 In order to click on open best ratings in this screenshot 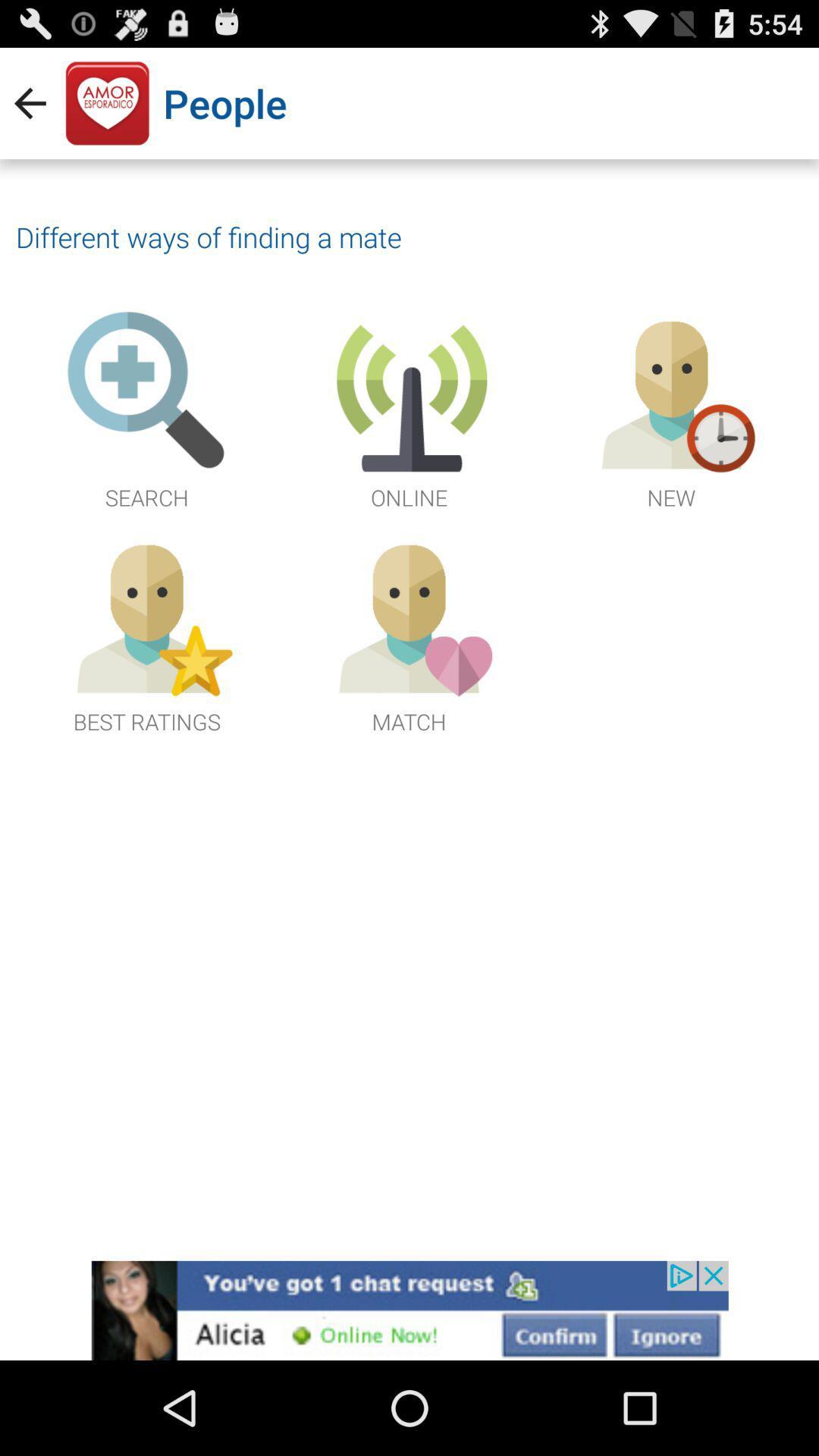, I will do `click(146, 634)`.